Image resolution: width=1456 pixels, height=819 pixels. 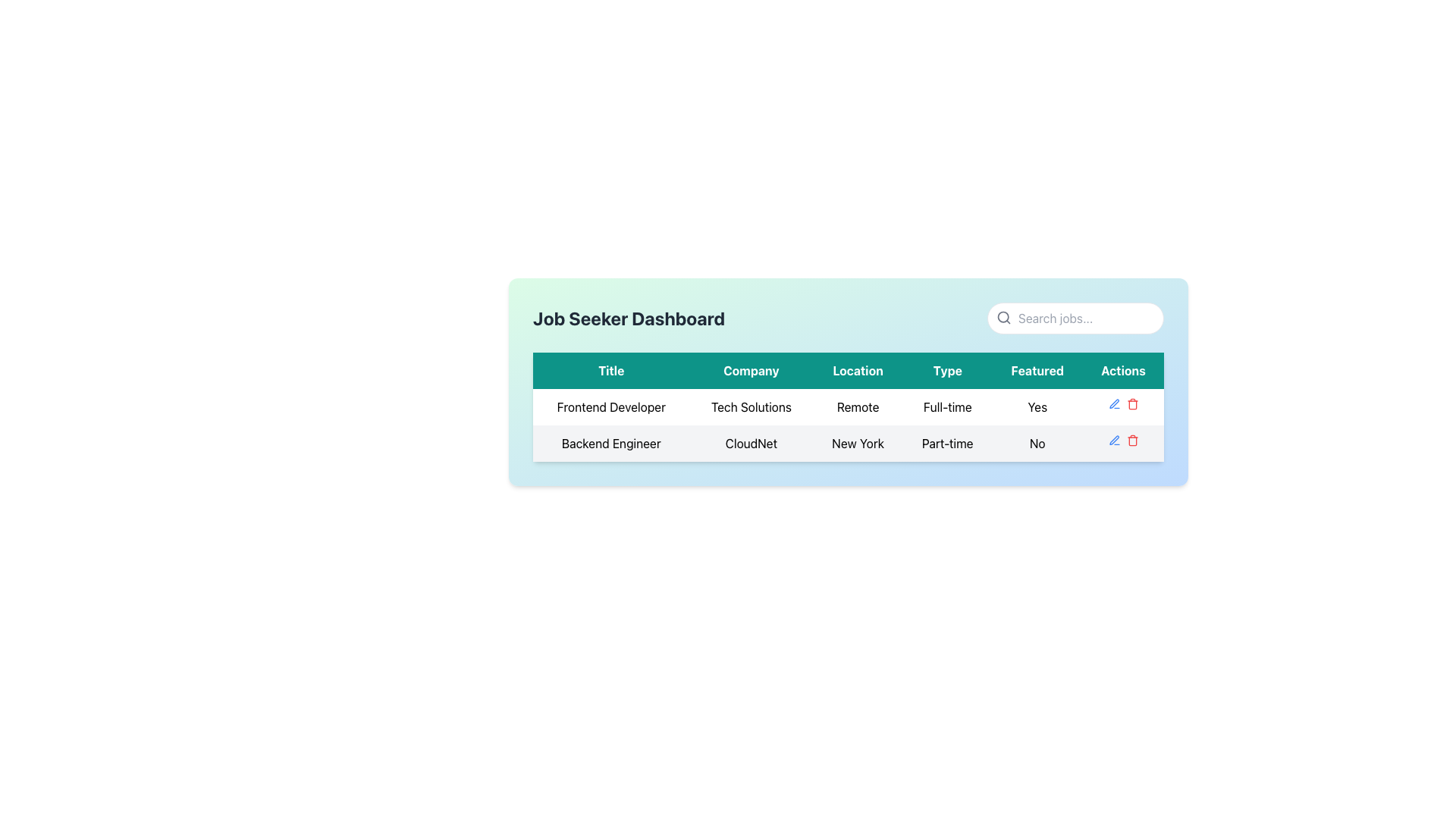 What do you see at coordinates (1037, 371) in the screenshot?
I see `the fifth column header in the table, which indicates whether an item is featured, located between the 'Type' and 'Actions' columns` at bounding box center [1037, 371].